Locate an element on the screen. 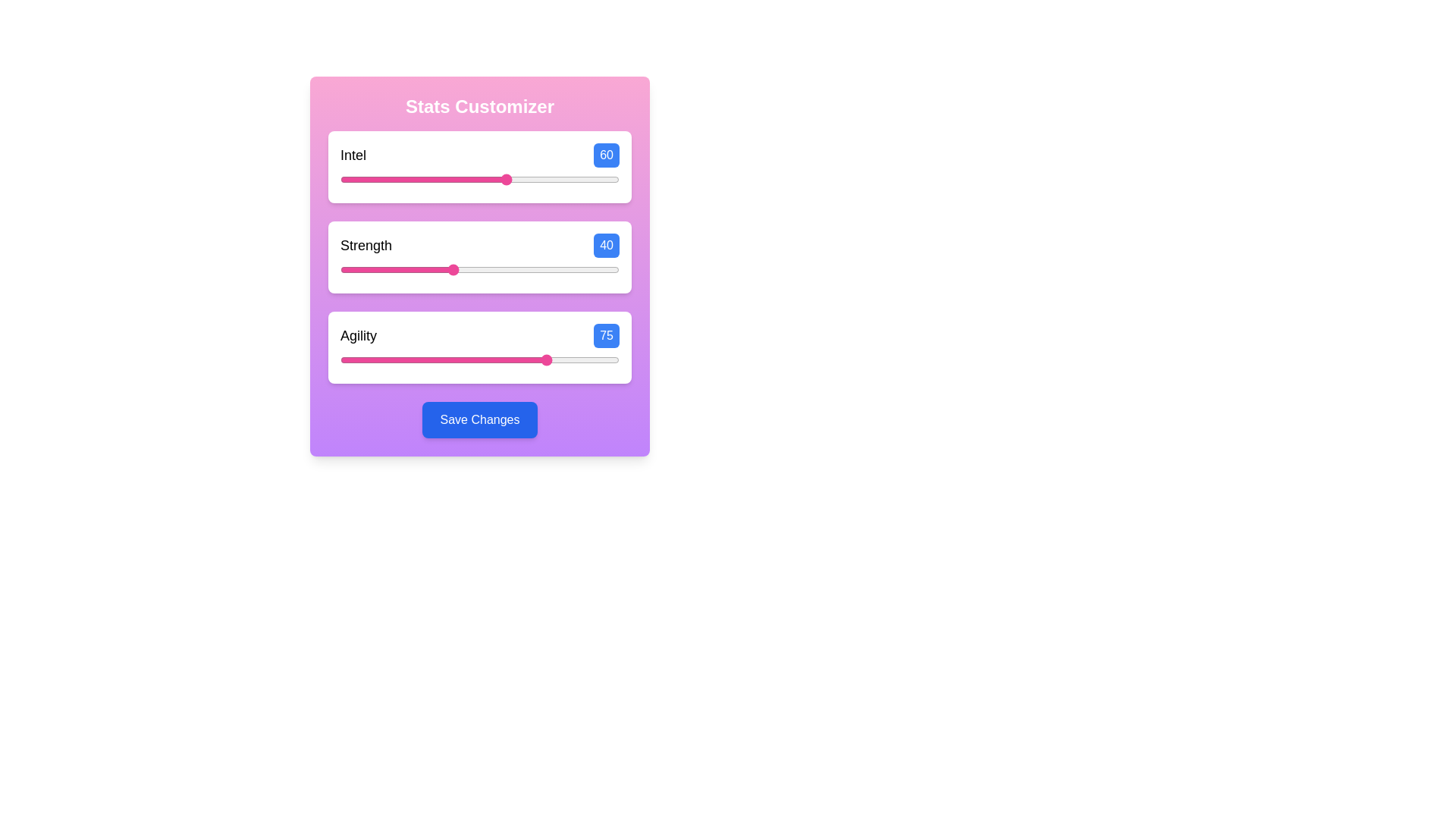 This screenshot has width=1456, height=819. the 'Agility' text label which is positioned to the left of the numerical badge ('75') and the slider within the 'Stats Customizer' interface is located at coordinates (358, 335).